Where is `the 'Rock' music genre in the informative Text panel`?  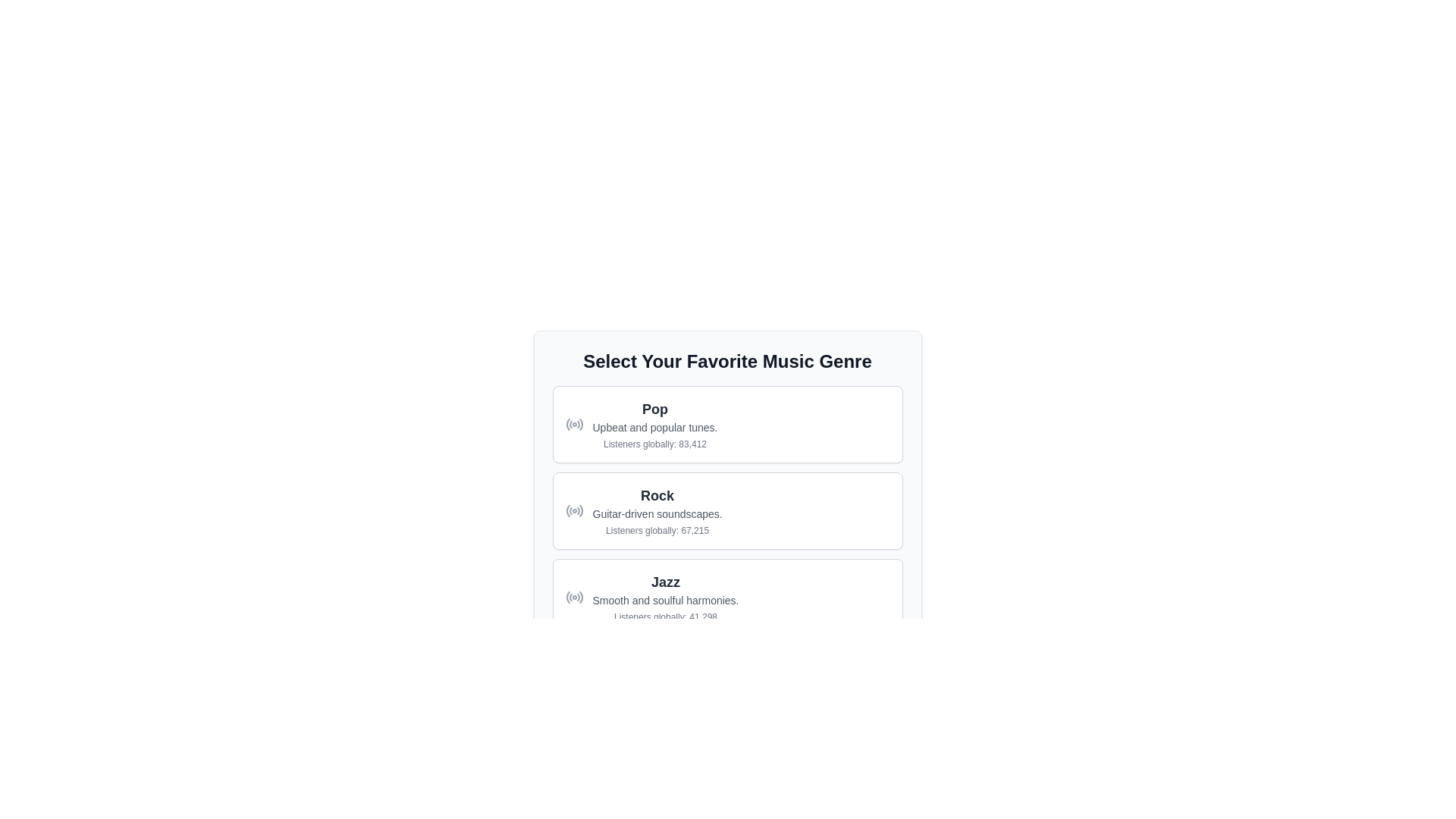 the 'Rock' music genre in the informative Text panel is located at coordinates (657, 511).